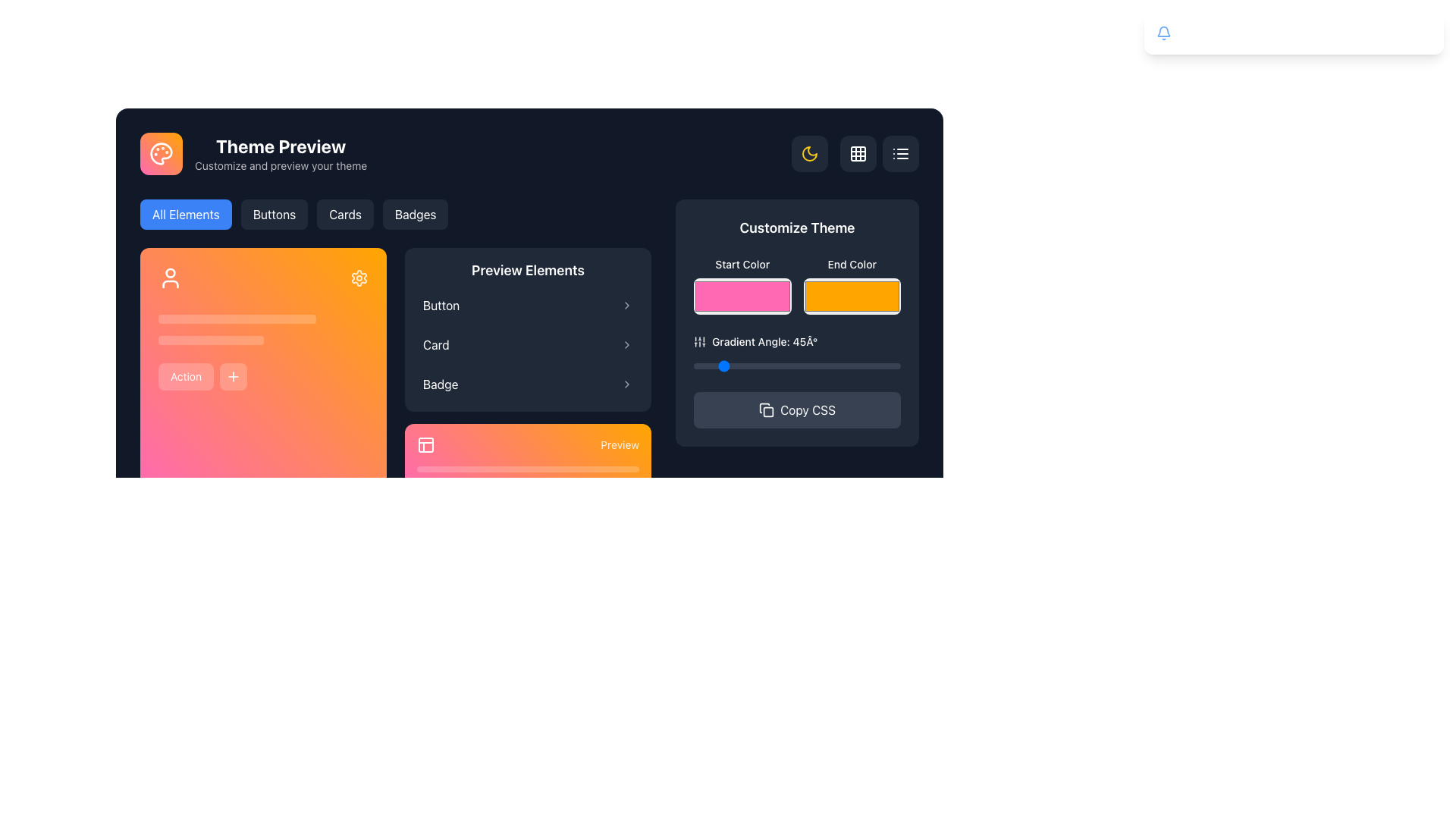  Describe the element at coordinates (796, 342) in the screenshot. I see `the text label displaying 'Gradient Angle: 45°'` at that location.